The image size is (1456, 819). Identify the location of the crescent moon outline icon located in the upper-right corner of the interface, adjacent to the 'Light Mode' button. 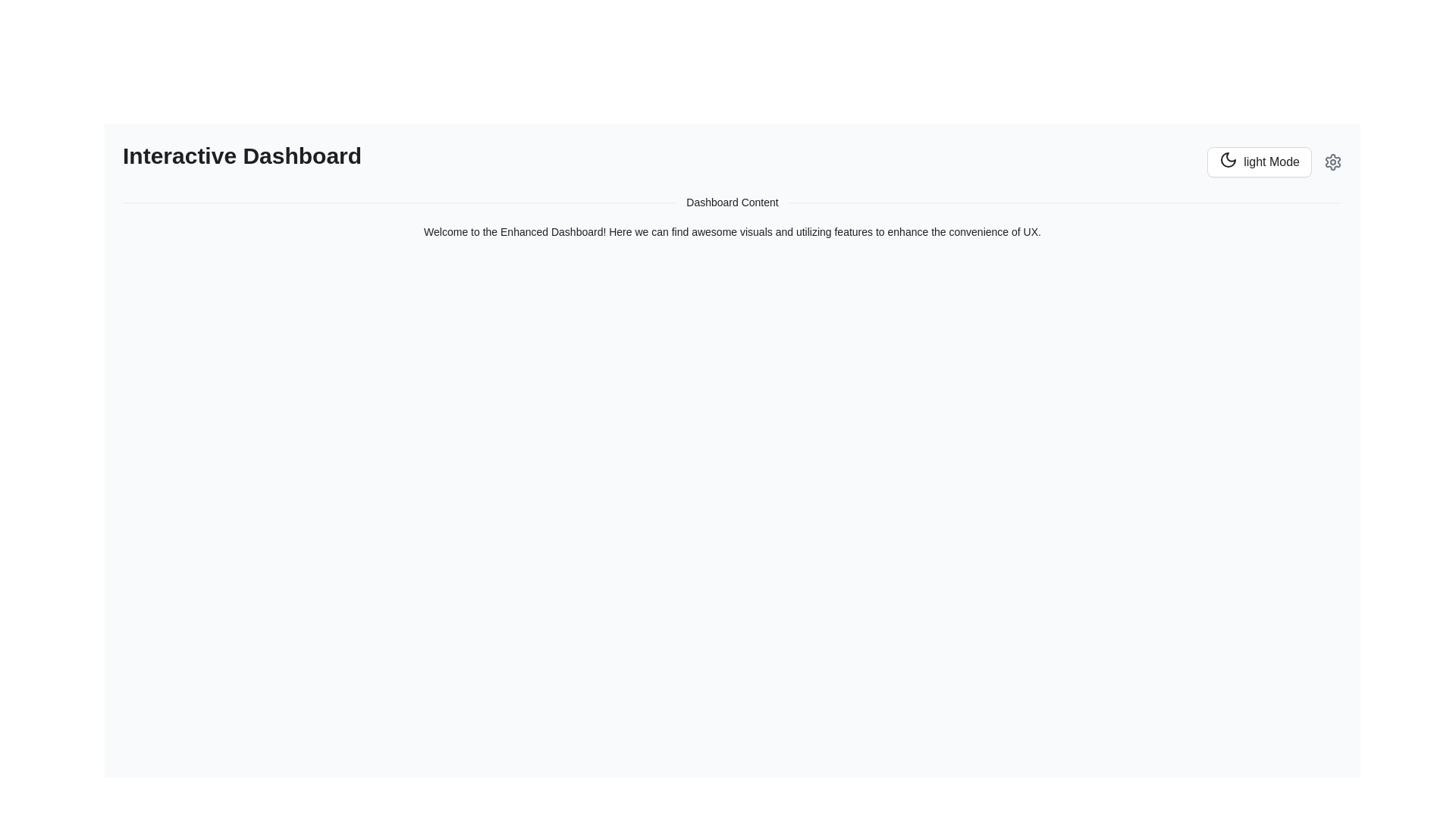
(1228, 160).